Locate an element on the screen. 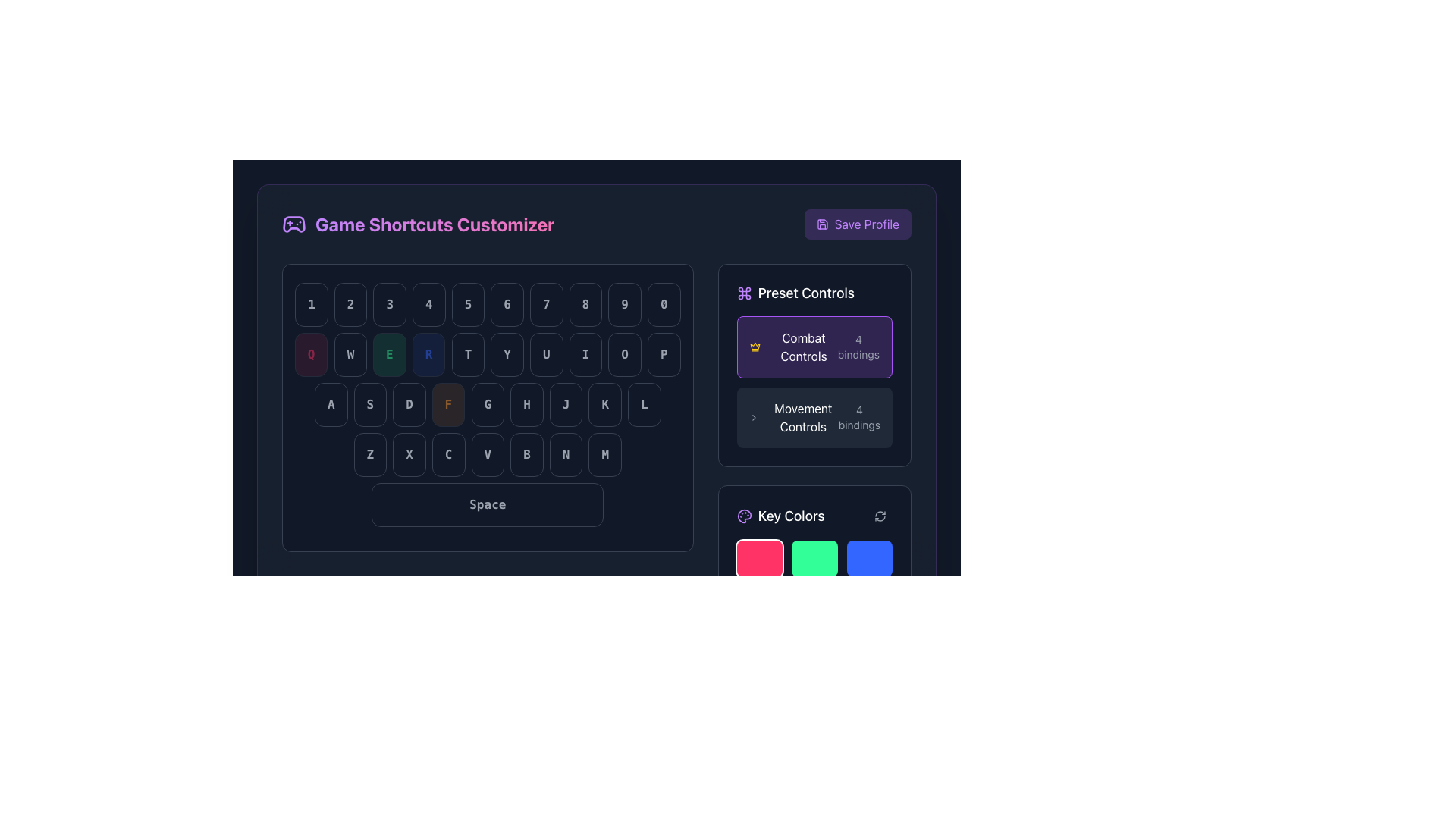  Text Label that serves as a title for the Game Shortcuts Customizer section, located to the right of a gamepad icon is located at coordinates (434, 224).